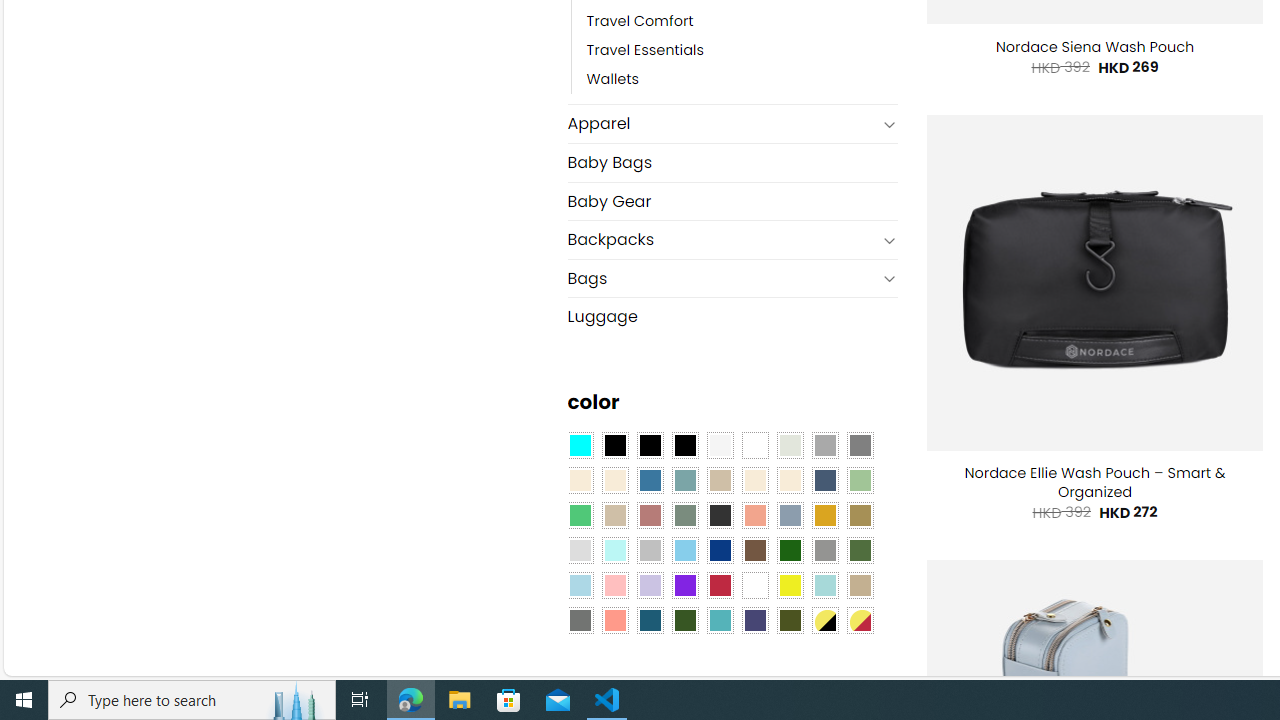 The height and width of the screenshot is (720, 1280). What do you see at coordinates (720, 618) in the screenshot?
I see `'Teal'` at bounding box center [720, 618].